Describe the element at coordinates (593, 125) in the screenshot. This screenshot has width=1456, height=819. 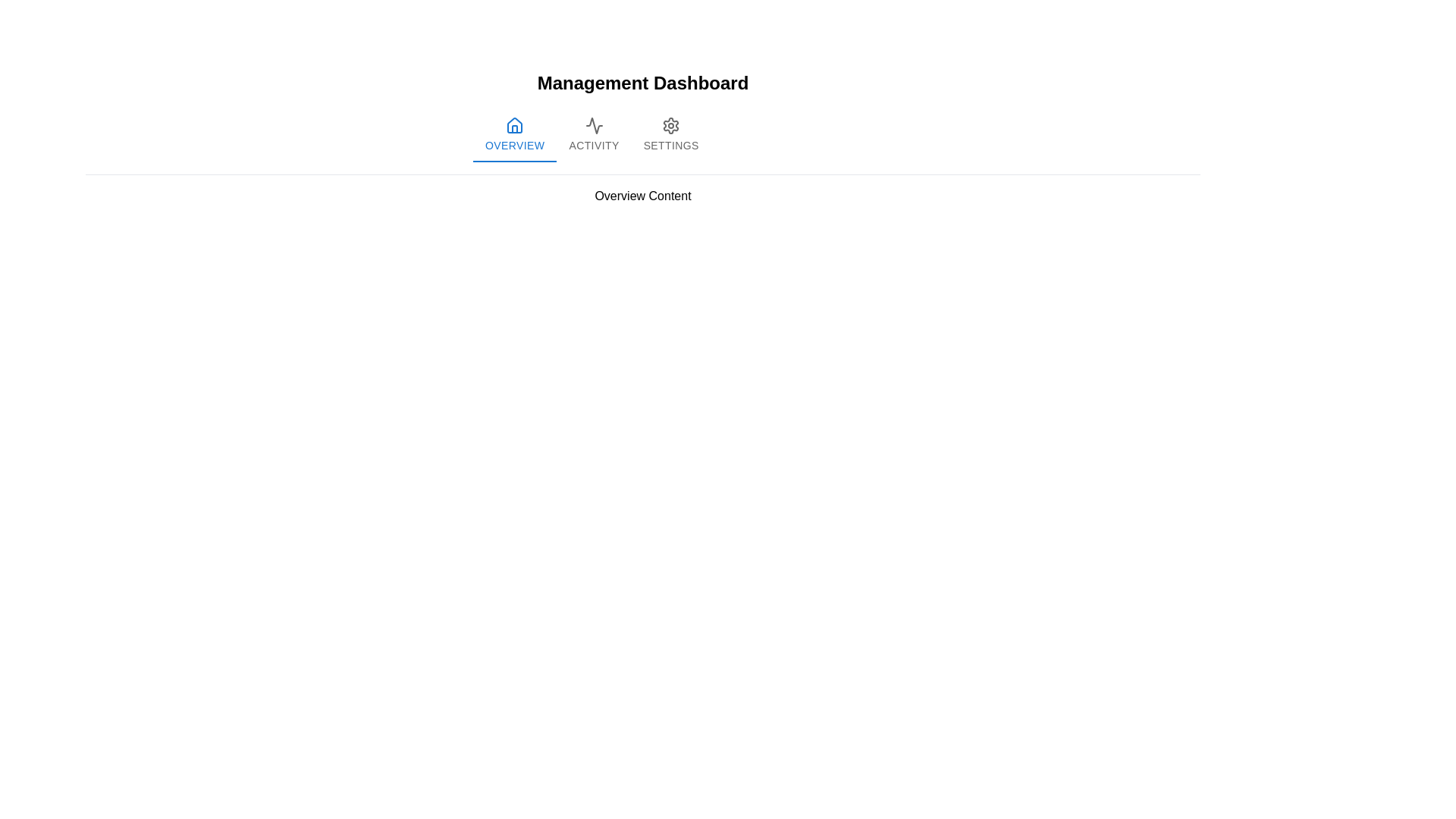
I see `the 'Activity' tab icon in the upper navigation area, positioned between the 'Overview' and 'Settings' tabs` at that location.